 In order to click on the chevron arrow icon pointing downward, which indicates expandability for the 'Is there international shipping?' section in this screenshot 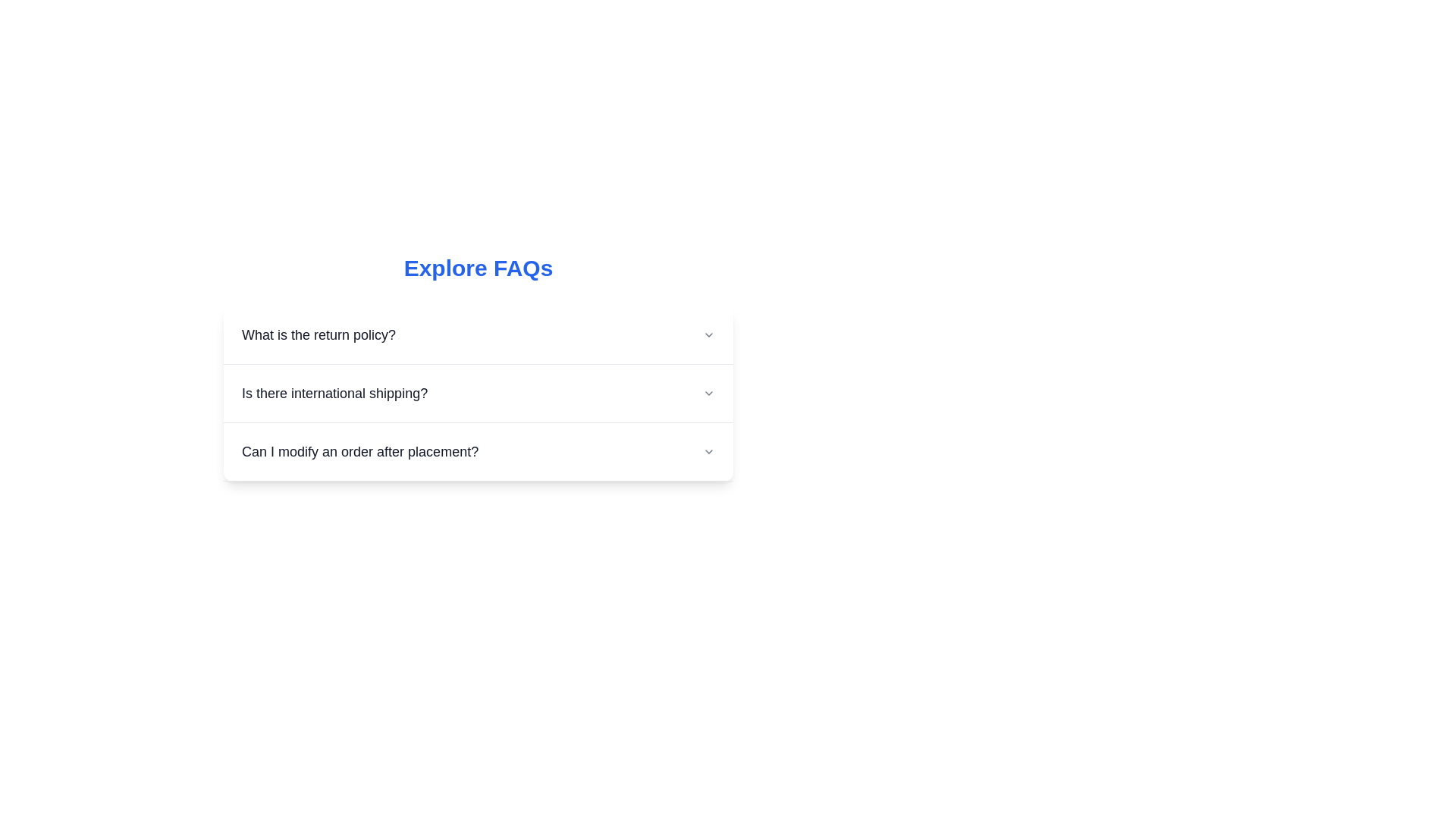, I will do `click(708, 393)`.